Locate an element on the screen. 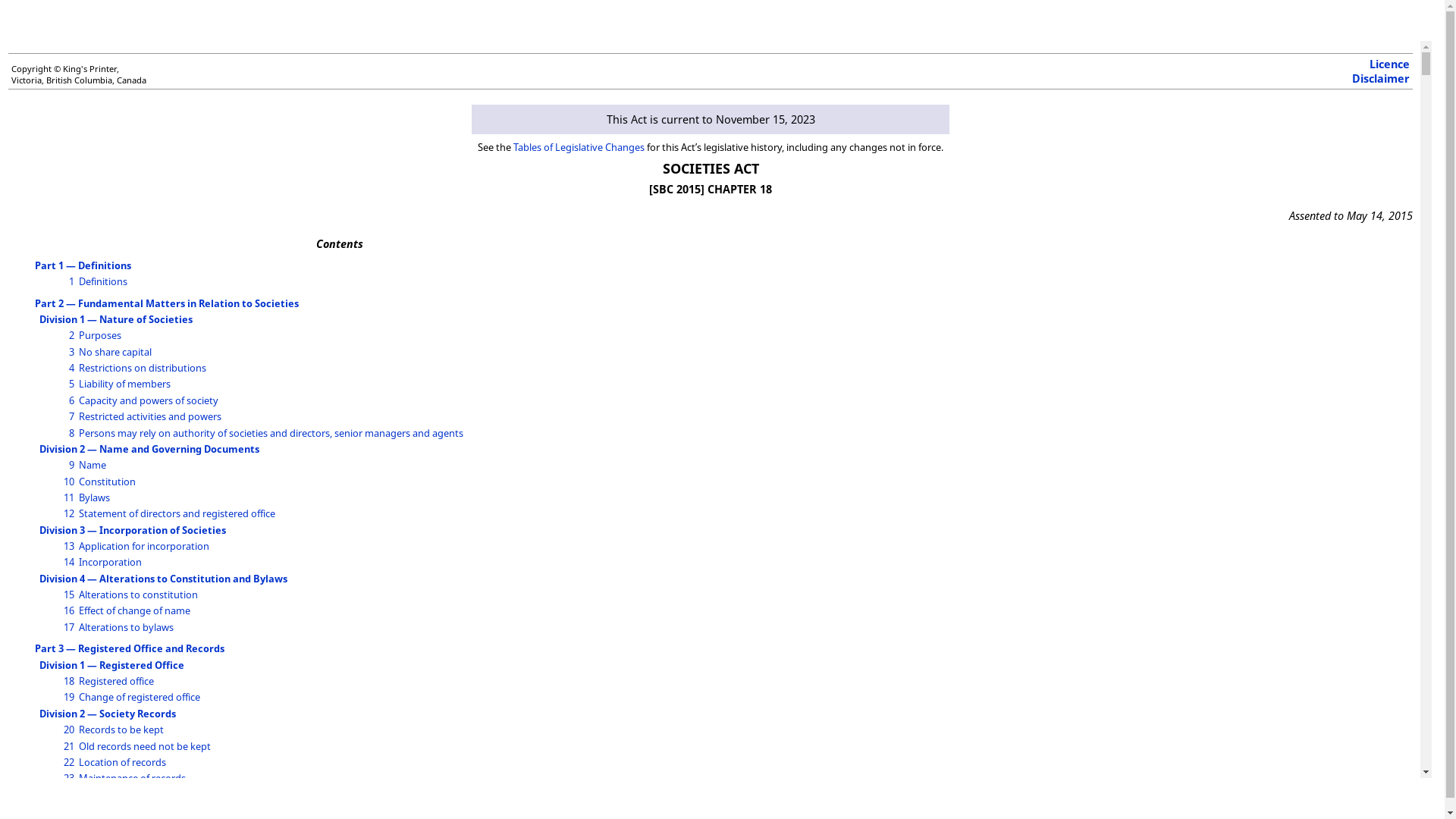  '3' is located at coordinates (71, 351).